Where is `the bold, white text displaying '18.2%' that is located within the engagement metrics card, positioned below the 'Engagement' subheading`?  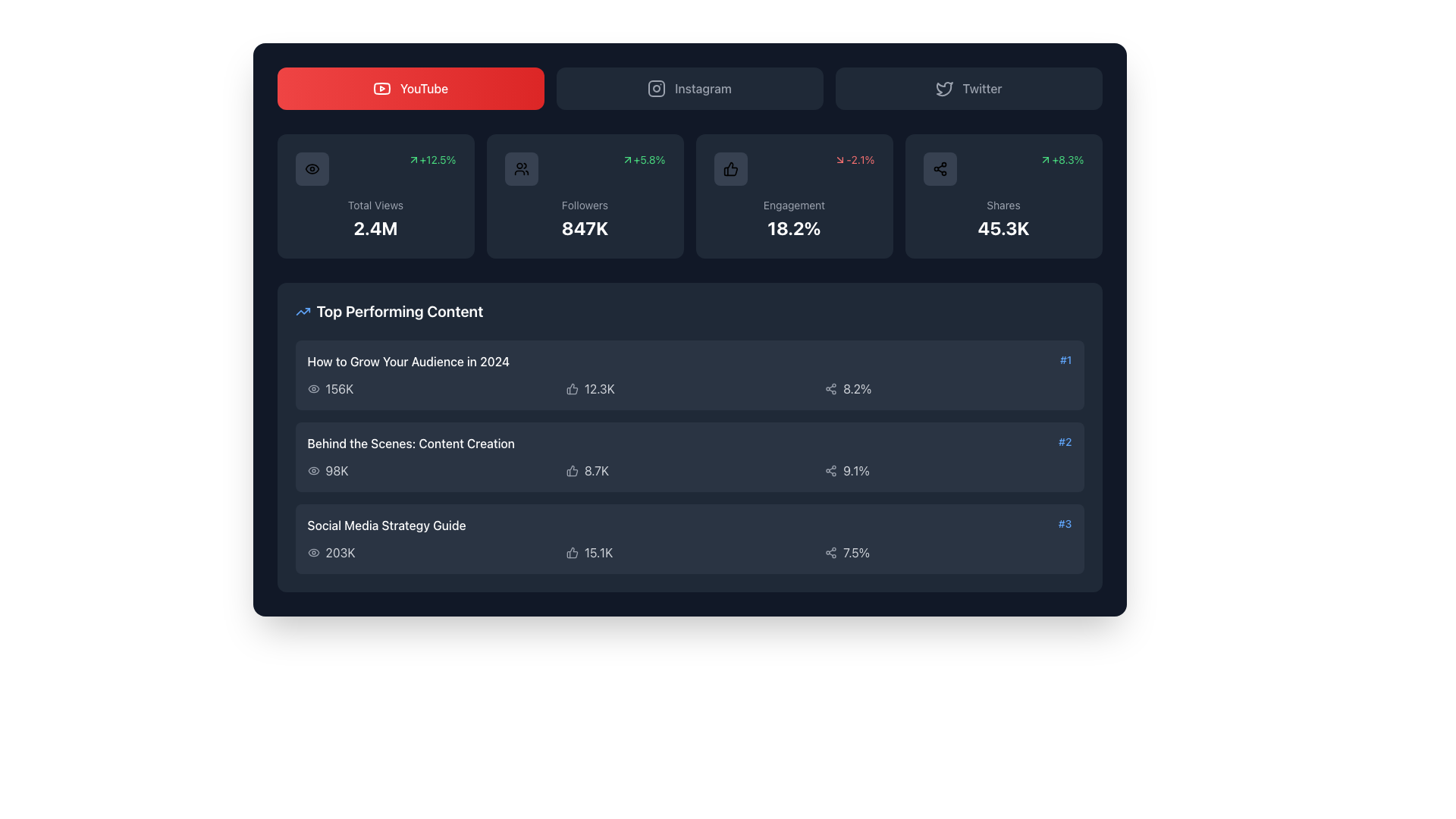 the bold, white text displaying '18.2%' that is located within the engagement metrics card, positioned below the 'Engagement' subheading is located at coordinates (793, 227).